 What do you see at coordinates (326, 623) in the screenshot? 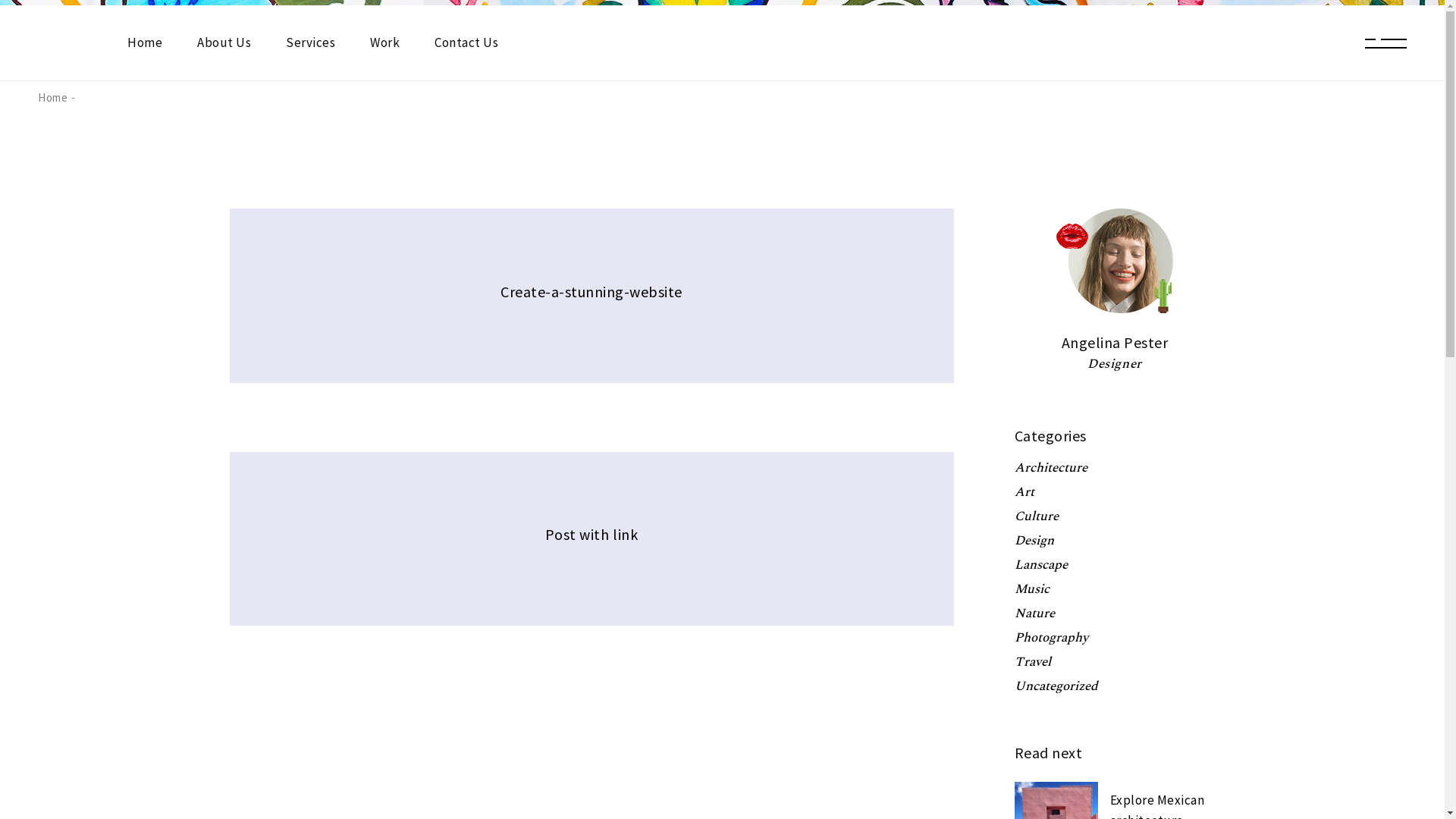
I see `'In.'` at bounding box center [326, 623].